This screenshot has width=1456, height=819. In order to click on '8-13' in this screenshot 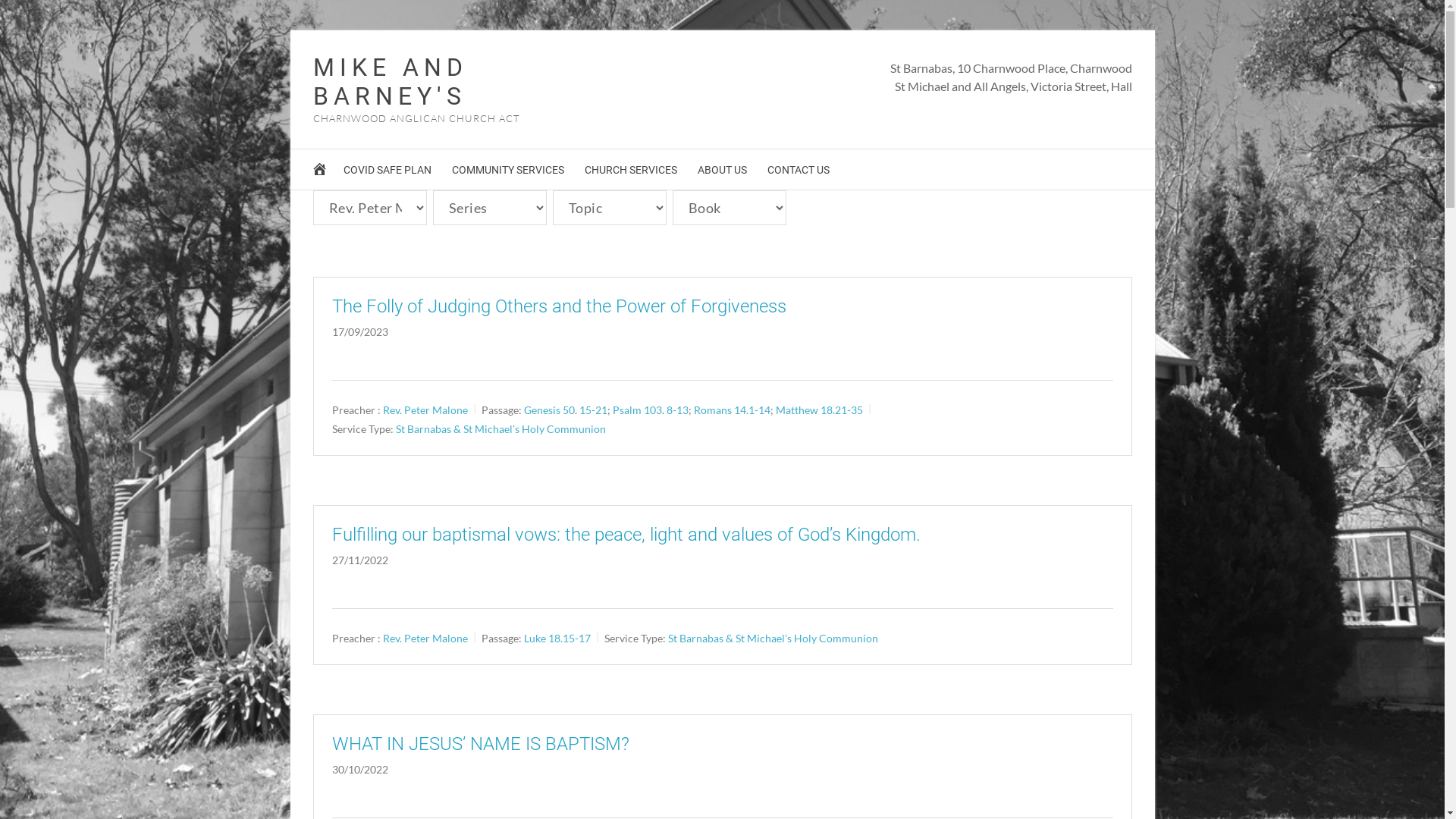, I will do `click(666, 409)`.